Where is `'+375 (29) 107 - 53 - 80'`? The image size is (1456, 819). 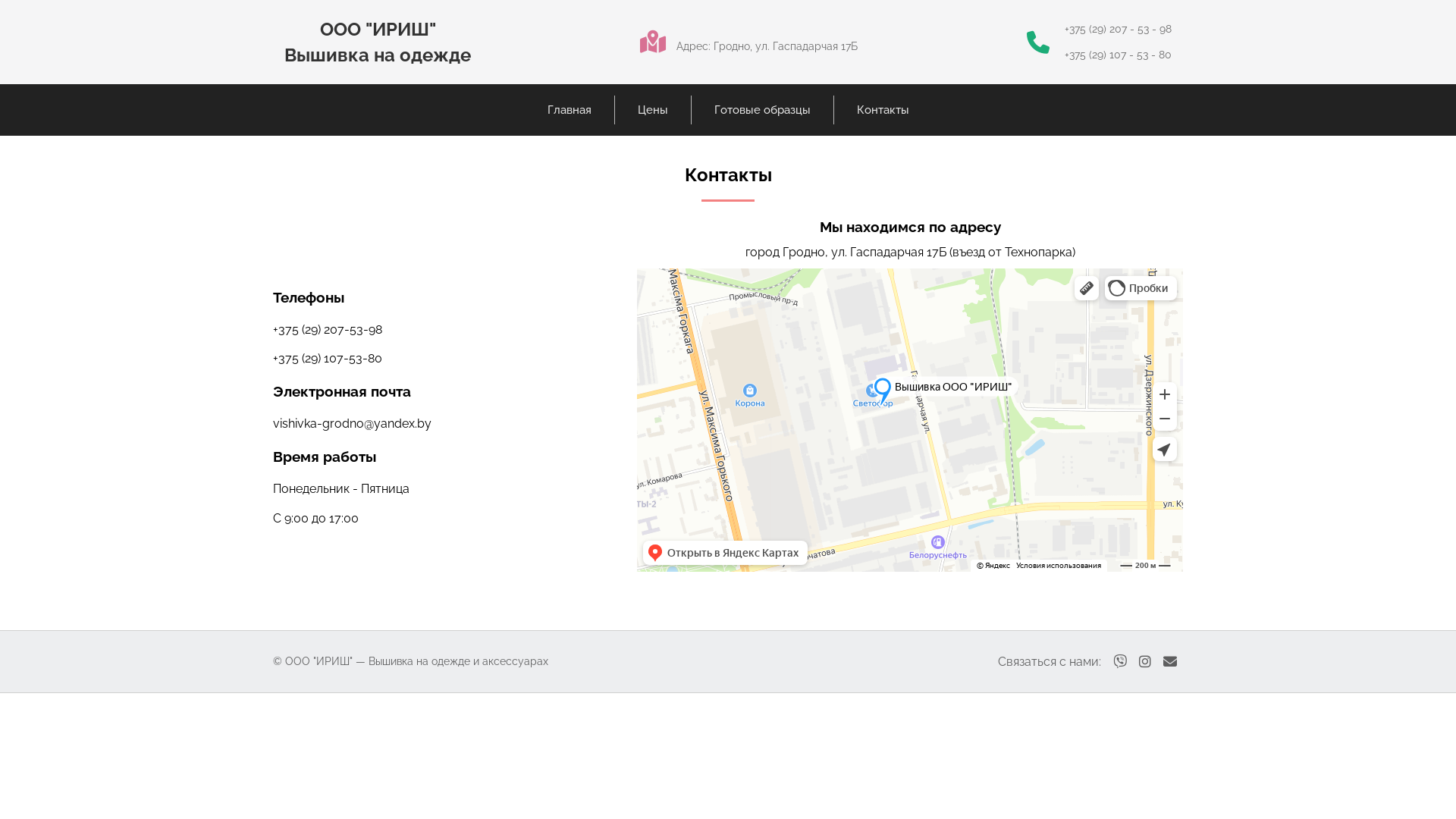
'+375 (29) 107 - 53 - 80' is located at coordinates (1118, 54).